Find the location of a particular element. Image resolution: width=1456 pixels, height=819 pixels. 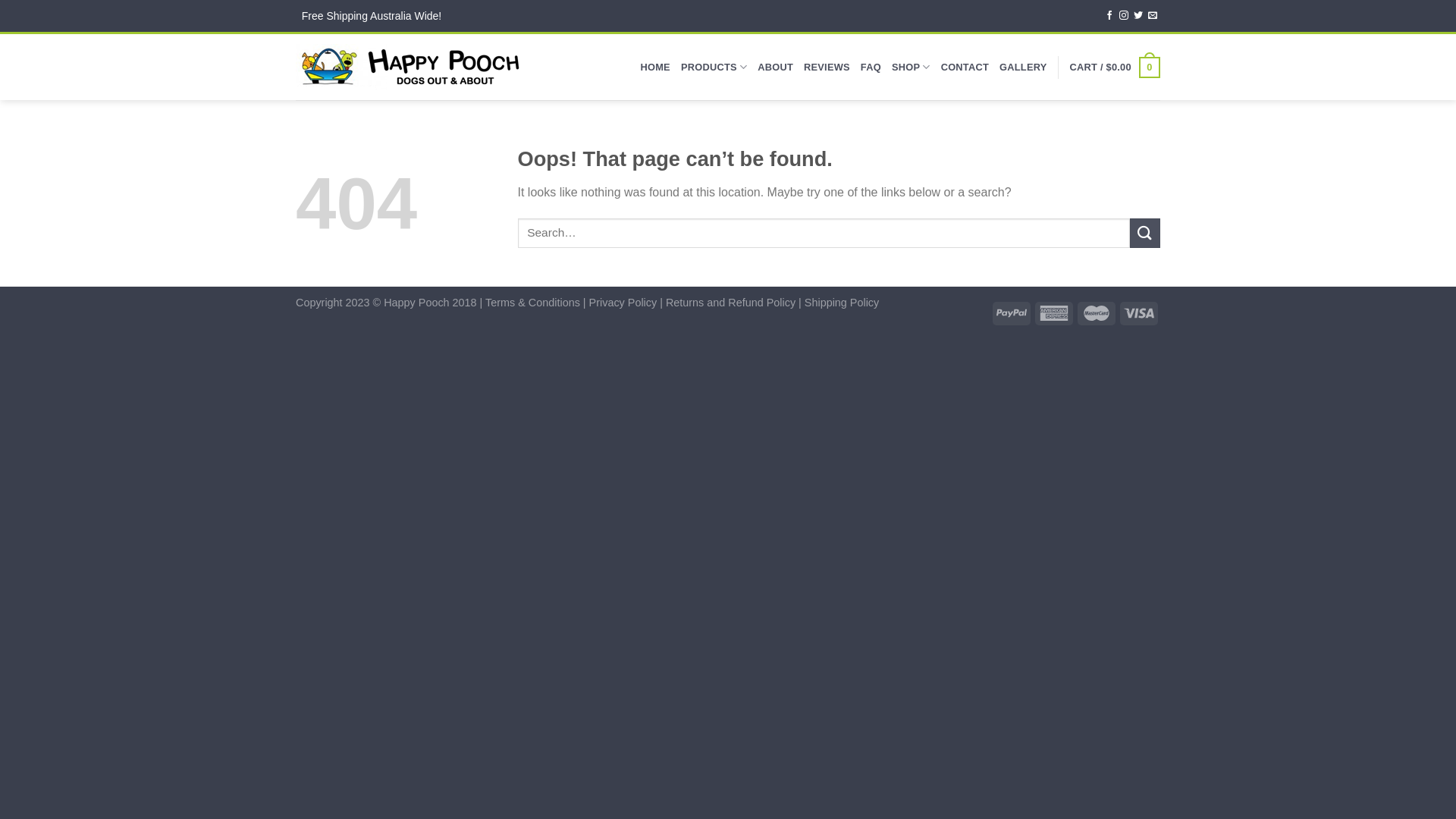

'SHOP' is located at coordinates (910, 66).